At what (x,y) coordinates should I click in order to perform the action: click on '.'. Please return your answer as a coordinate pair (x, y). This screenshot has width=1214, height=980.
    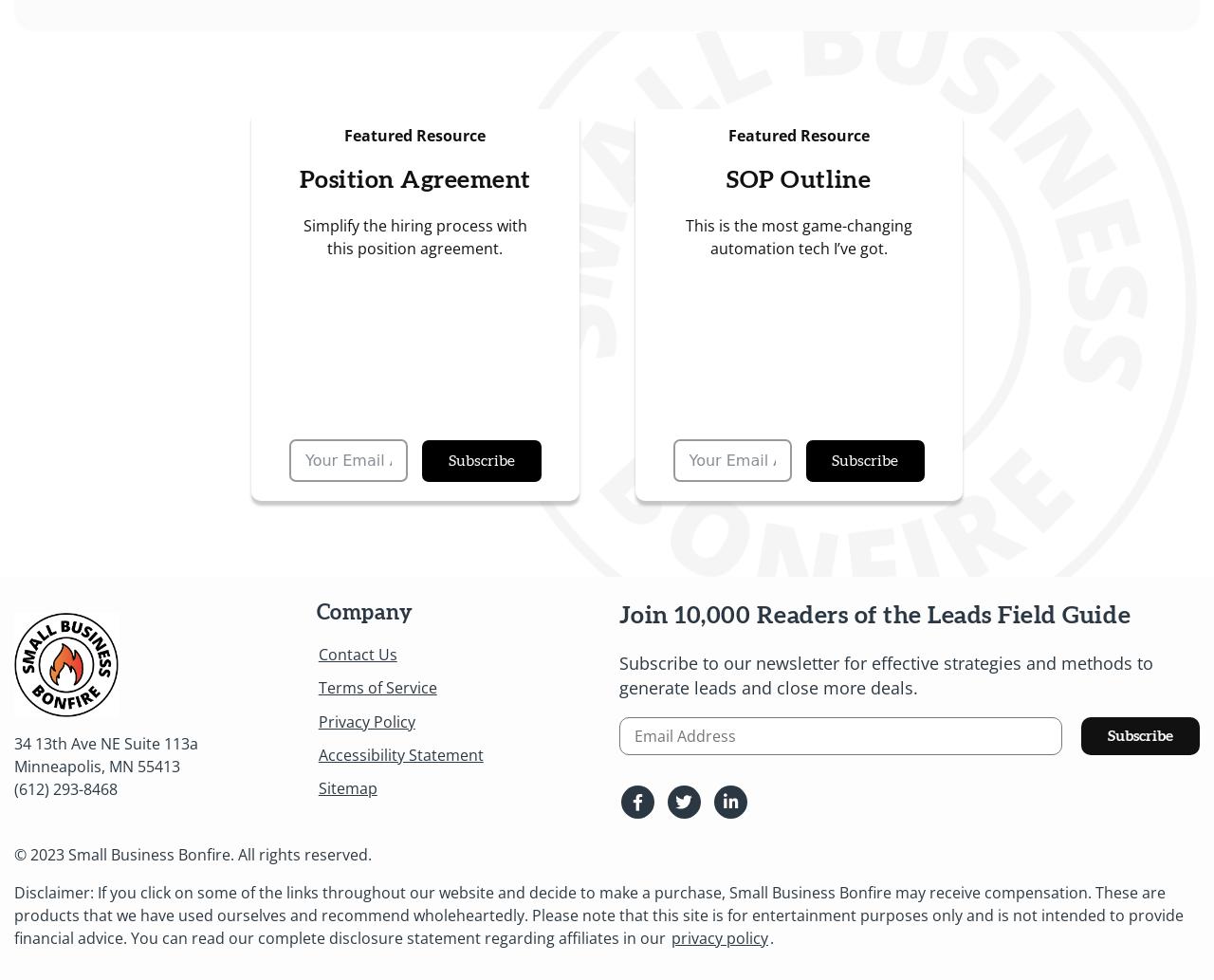
    Looking at the image, I should click on (771, 936).